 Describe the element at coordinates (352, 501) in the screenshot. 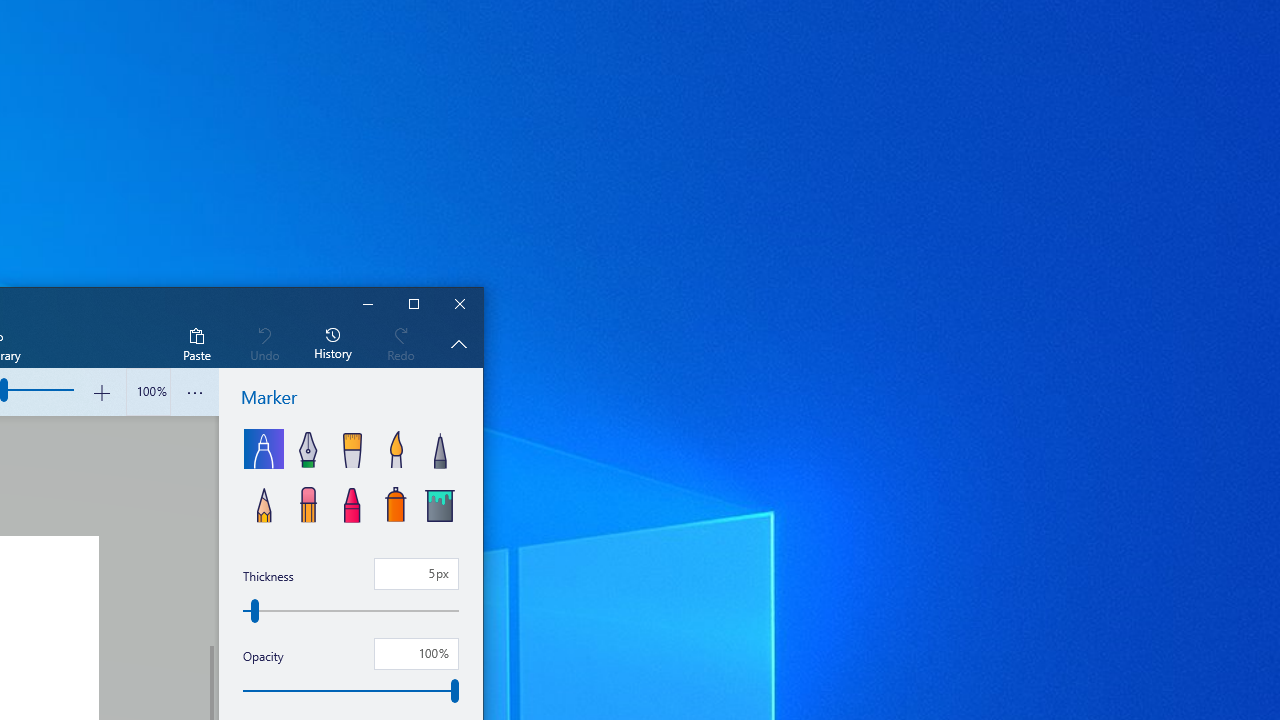

I see `'Crayon'` at that location.